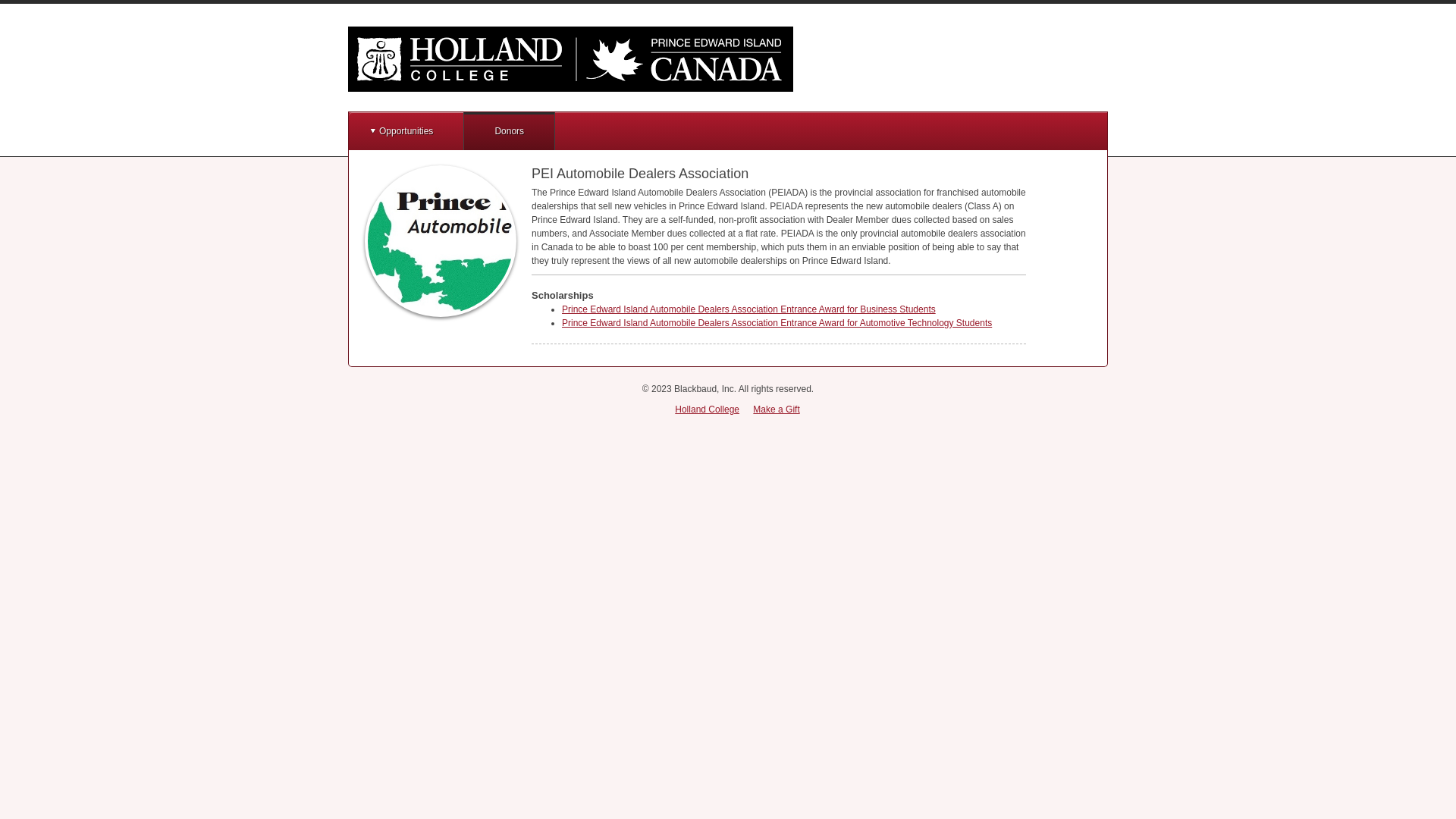 The image size is (1456, 819). Describe the element at coordinates (776, 409) in the screenshot. I see `'Make a Gift'` at that location.